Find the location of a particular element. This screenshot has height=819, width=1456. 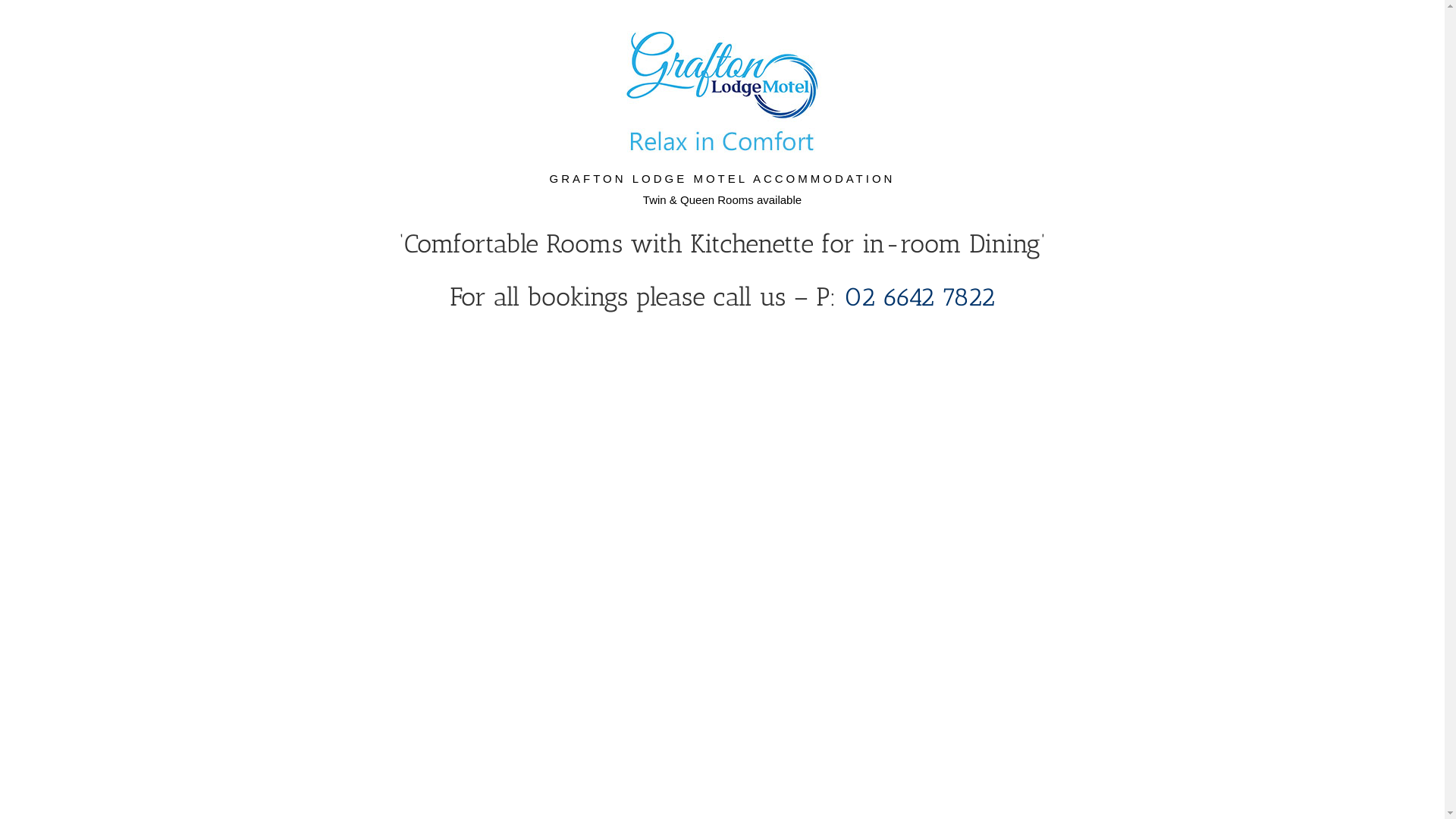

'02 6642 7822' is located at coordinates (918, 297).